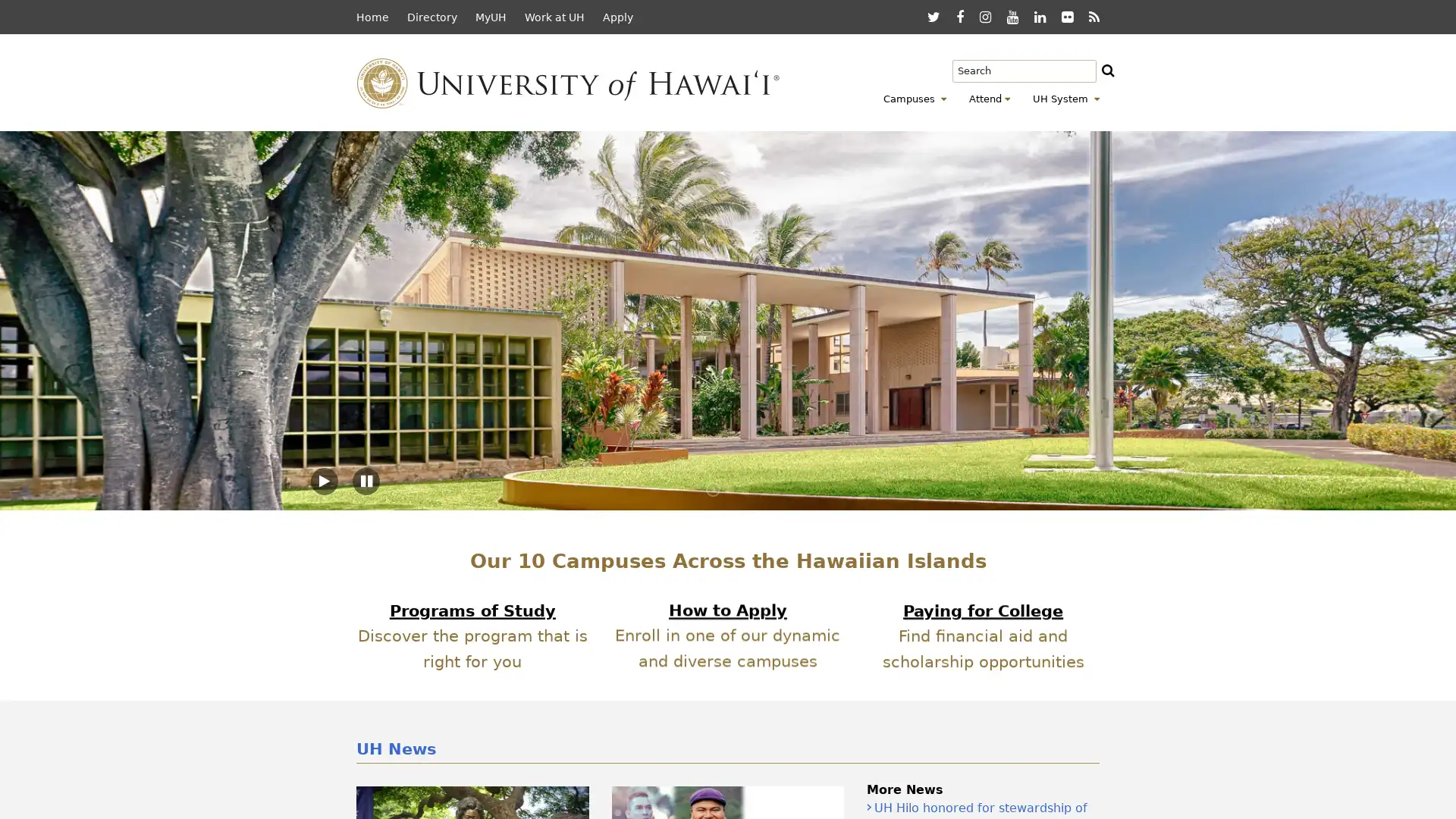 This screenshot has height=819, width=1456. Describe the element at coordinates (323, 482) in the screenshot. I see `resume slides` at that location.